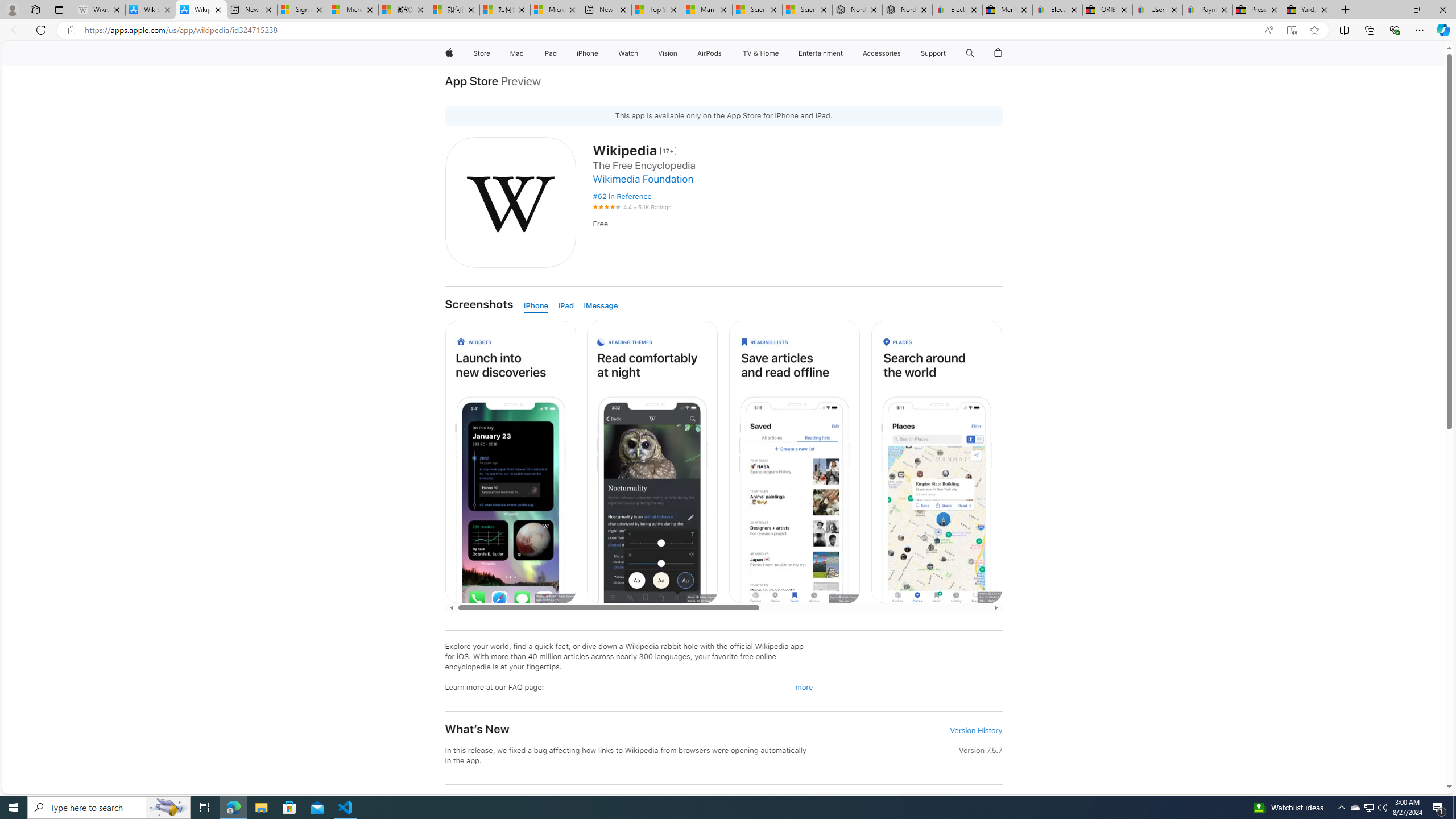  I want to click on 'Support menu', so click(948, 53).